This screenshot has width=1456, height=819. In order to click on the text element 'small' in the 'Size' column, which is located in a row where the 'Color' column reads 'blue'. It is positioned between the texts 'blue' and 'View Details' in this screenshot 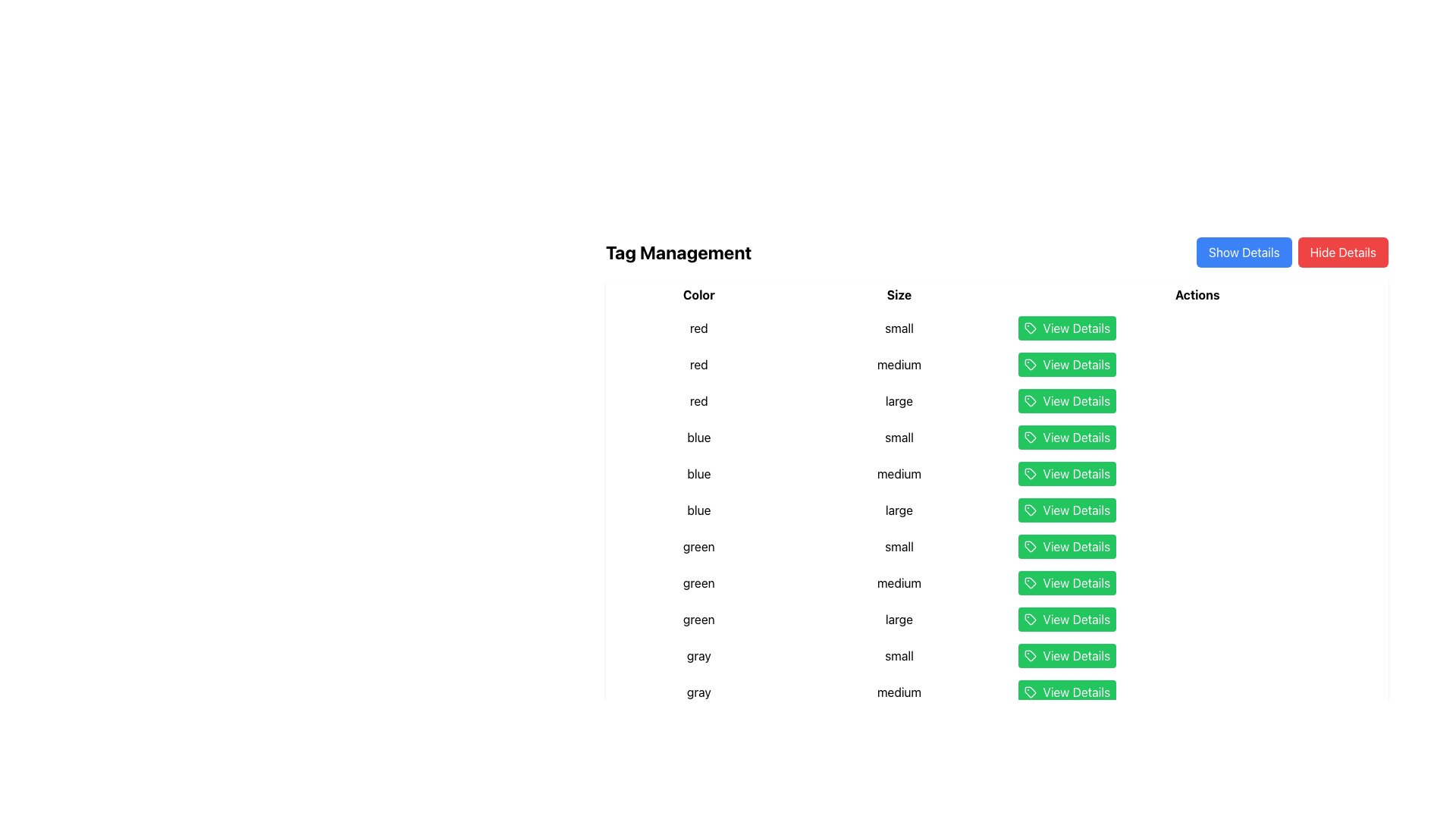, I will do `click(899, 438)`.